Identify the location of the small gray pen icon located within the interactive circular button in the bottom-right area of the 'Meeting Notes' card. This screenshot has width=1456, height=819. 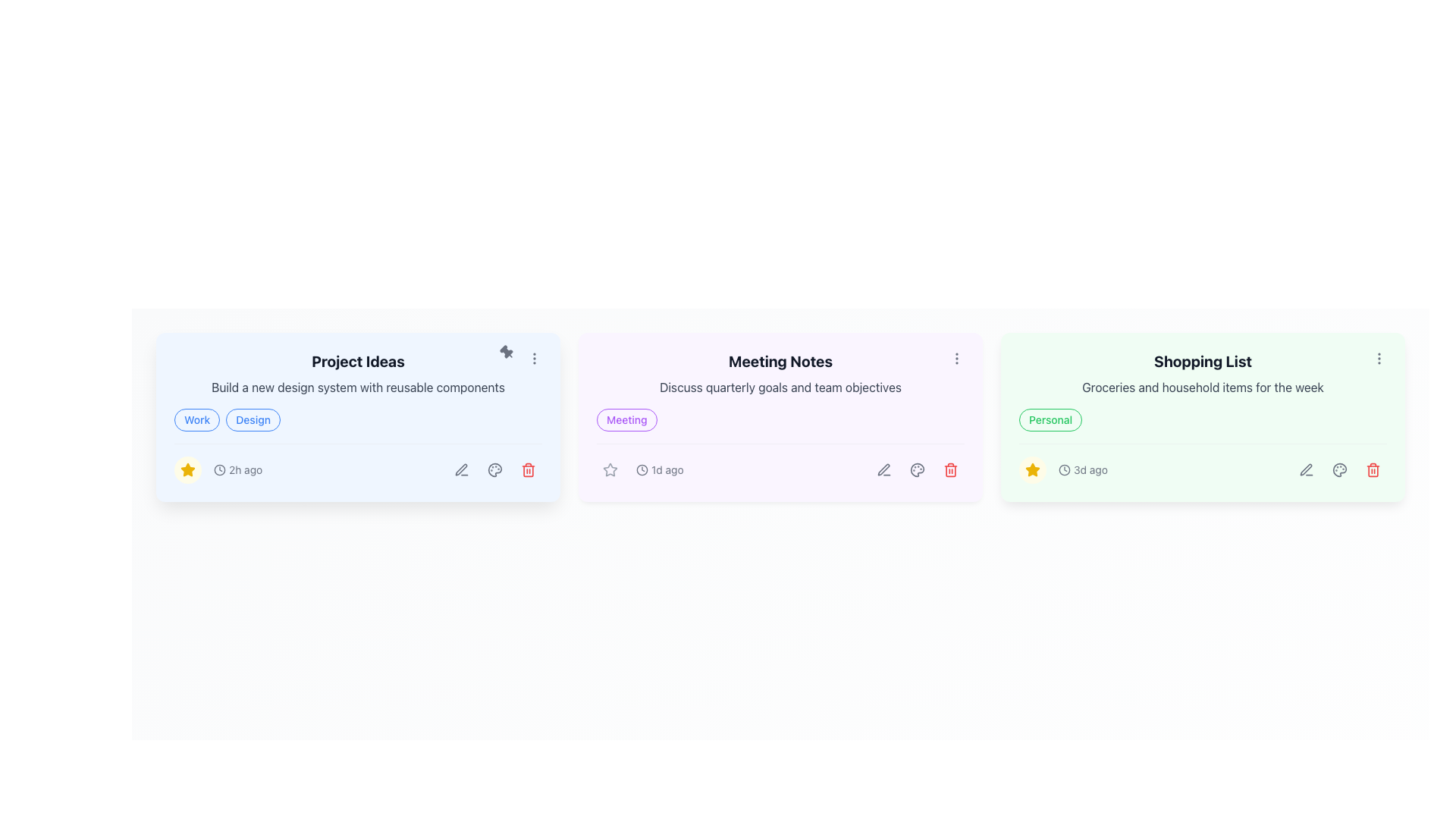
(884, 469).